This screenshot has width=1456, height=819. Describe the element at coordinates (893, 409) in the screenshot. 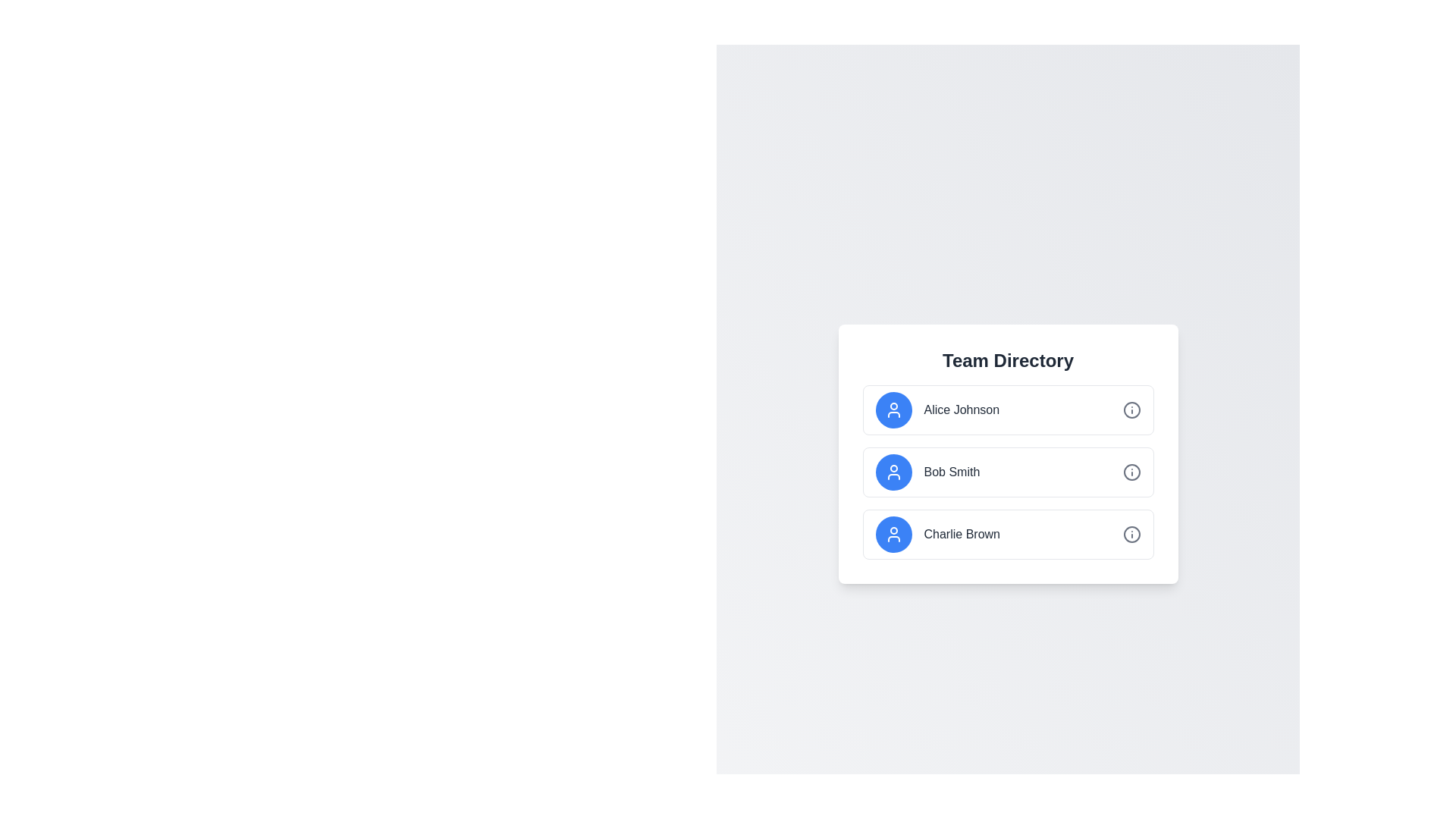

I see `the user profile icon, which is an outline of a person inside a blue circular background, located beside 'Alice Johnson' in the team directory` at that location.